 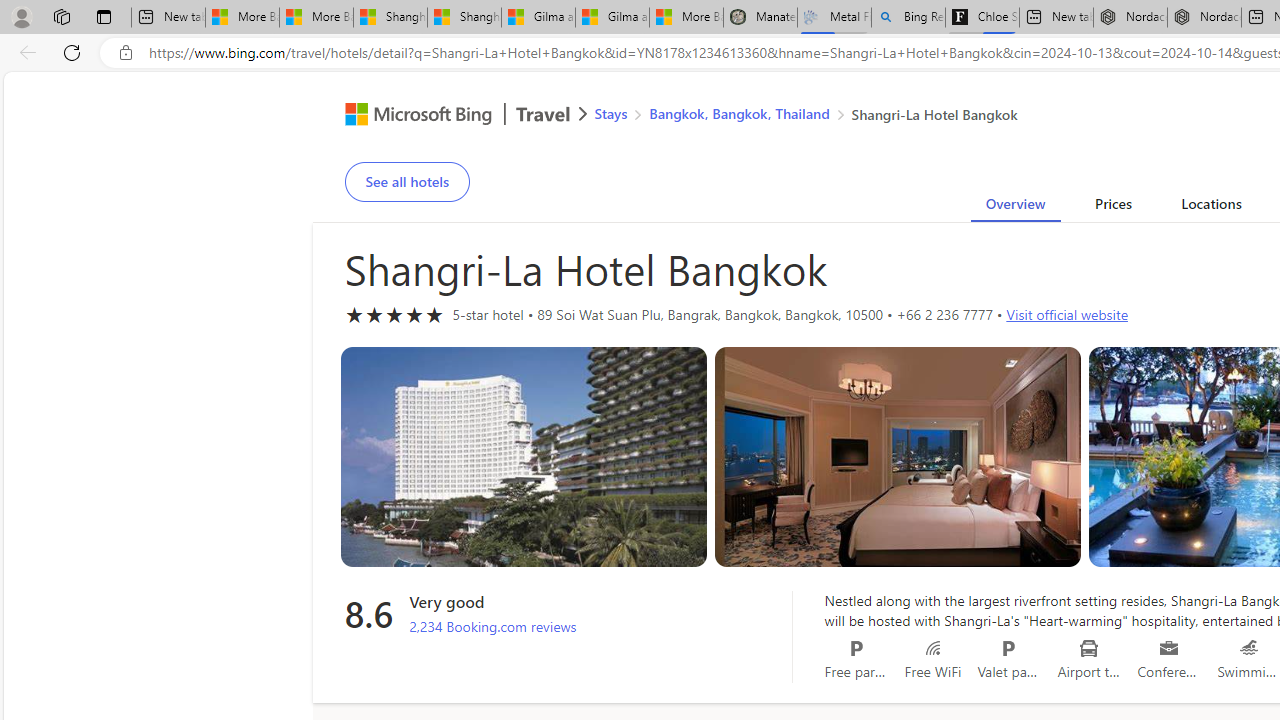 What do you see at coordinates (412, 114) in the screenshot?
I see `'Class: msft-bing-logo msft-bing-logo-desktop'` at bounding box center [412, 114].